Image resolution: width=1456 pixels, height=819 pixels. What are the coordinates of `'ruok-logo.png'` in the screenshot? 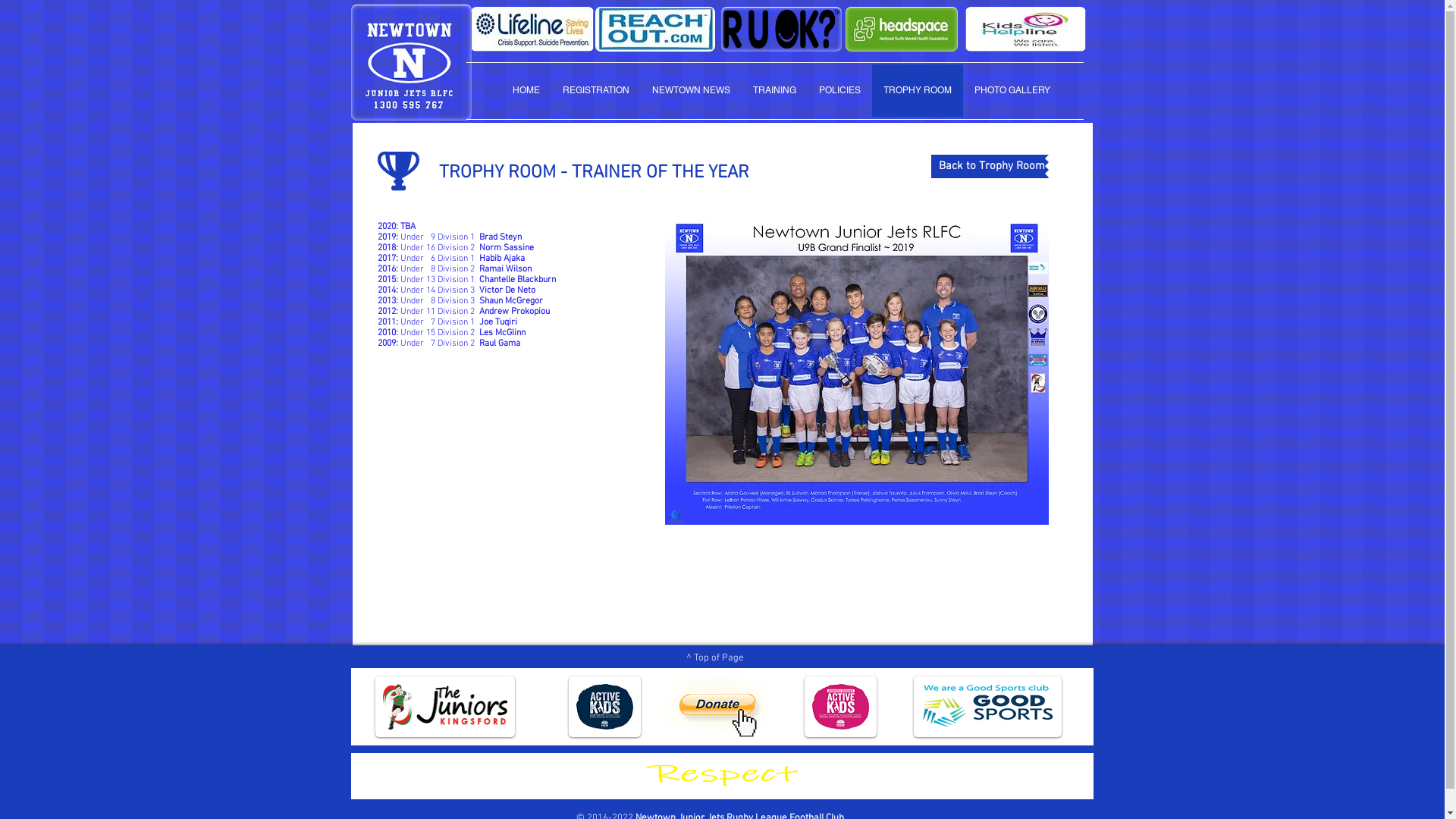 It's located at (780, 29).